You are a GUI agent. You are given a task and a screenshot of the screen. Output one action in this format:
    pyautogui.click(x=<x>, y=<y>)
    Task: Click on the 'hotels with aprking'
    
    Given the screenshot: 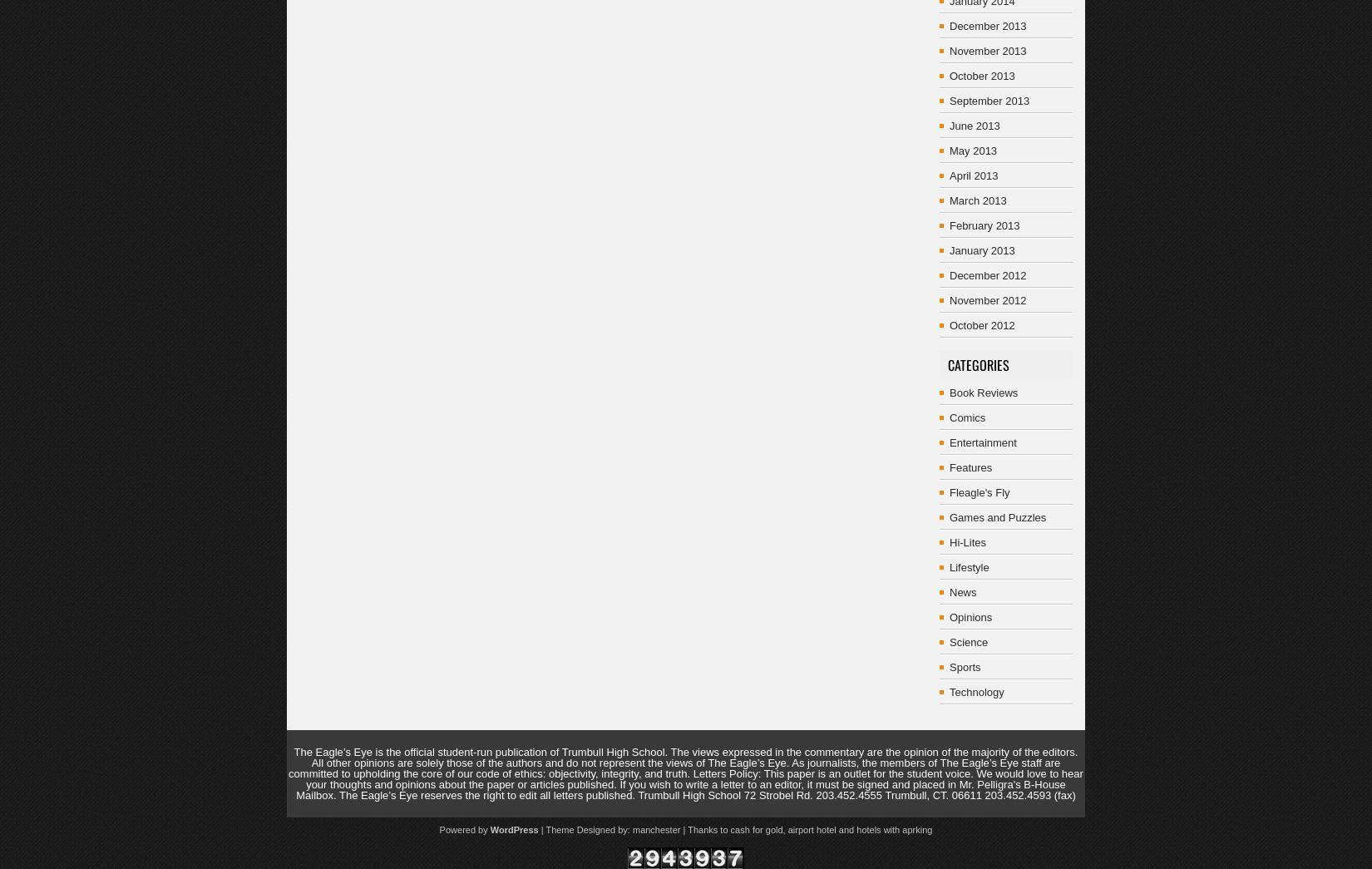 What is the action you would take?
    pyautogui.click(x=894, y=829)
    